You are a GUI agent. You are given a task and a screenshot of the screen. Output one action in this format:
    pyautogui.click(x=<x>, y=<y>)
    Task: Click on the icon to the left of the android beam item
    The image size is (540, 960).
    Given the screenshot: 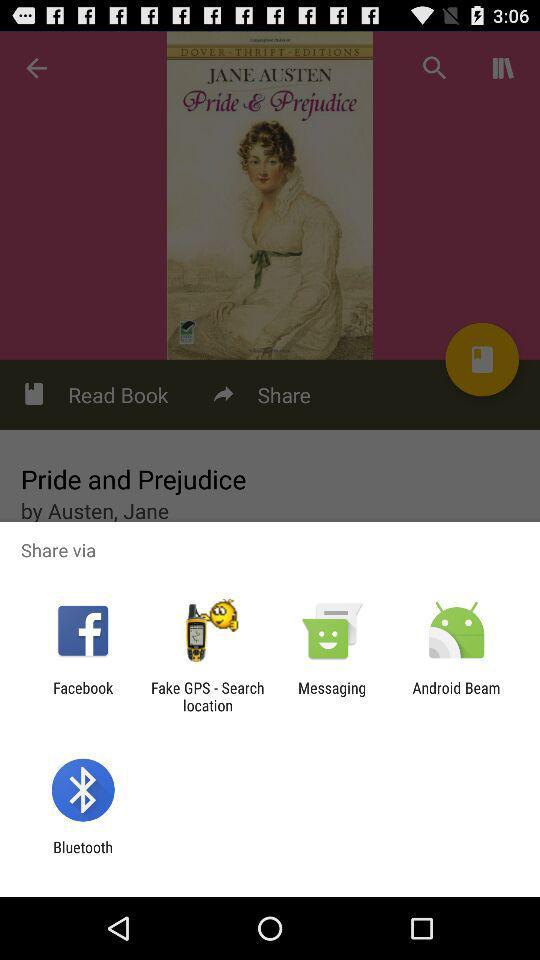 What is the action you would take?
    pyautogui.click(x=332, y=696)
    